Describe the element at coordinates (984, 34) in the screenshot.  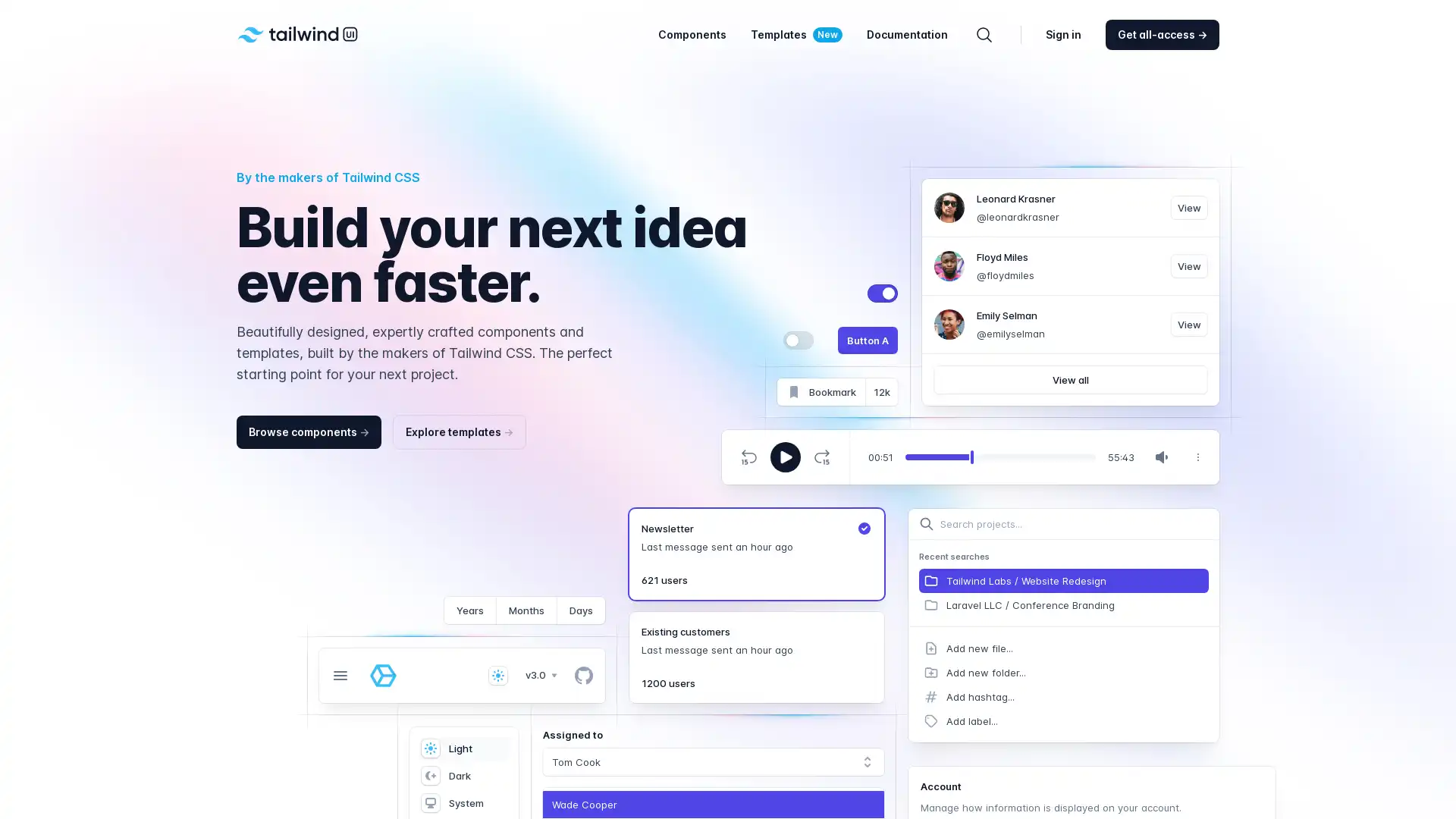
I see `Search components` at that location.